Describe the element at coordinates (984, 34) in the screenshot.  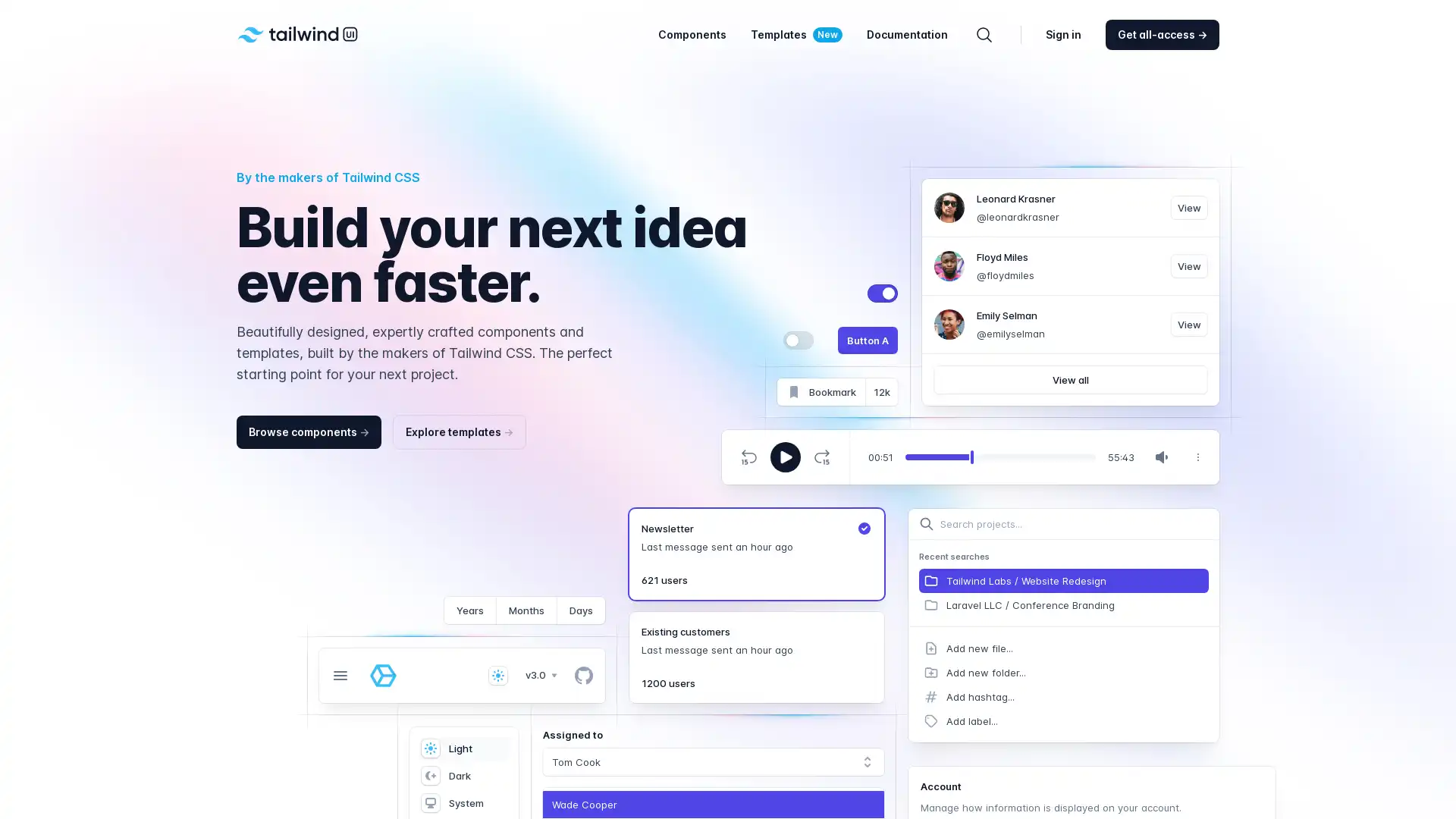
I see `Search components` at that location.